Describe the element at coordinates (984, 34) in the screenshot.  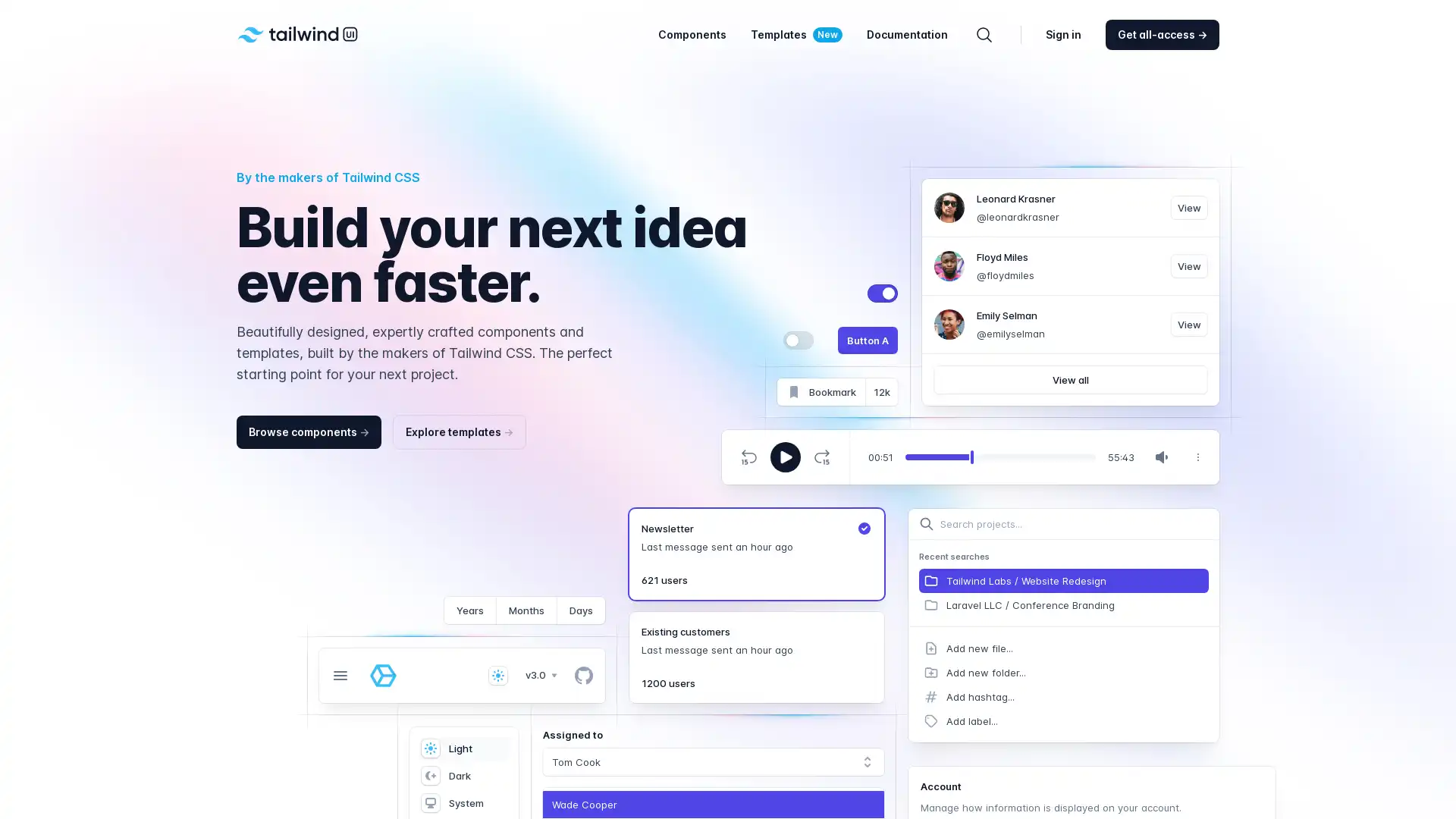
I see `Search components` at that location.